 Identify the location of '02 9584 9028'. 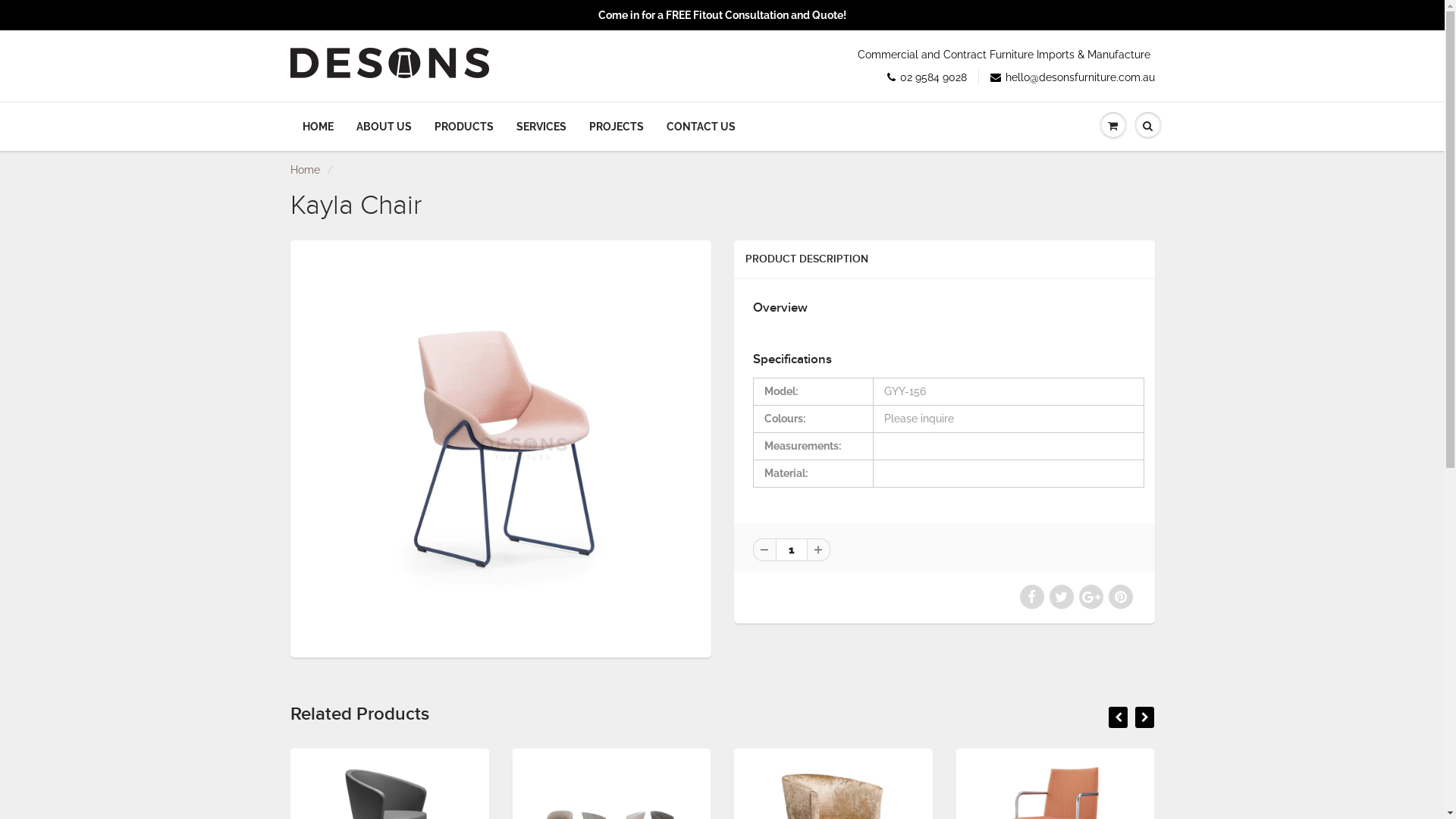
(926, 77).